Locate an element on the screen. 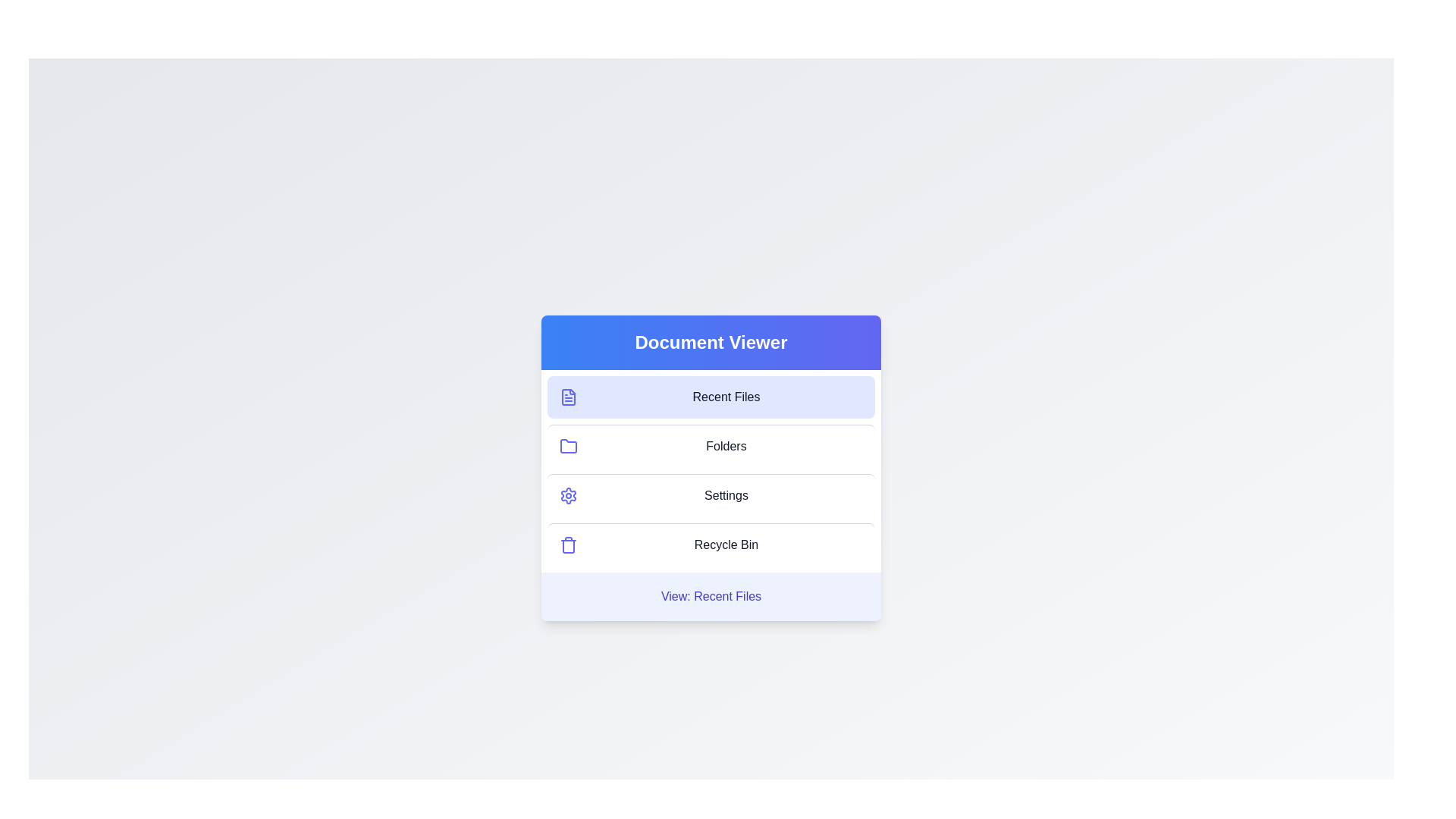 The width and height of the screenshot is (1456, 819). the menu item Folders to view its content is located at coordinates (710, 444).